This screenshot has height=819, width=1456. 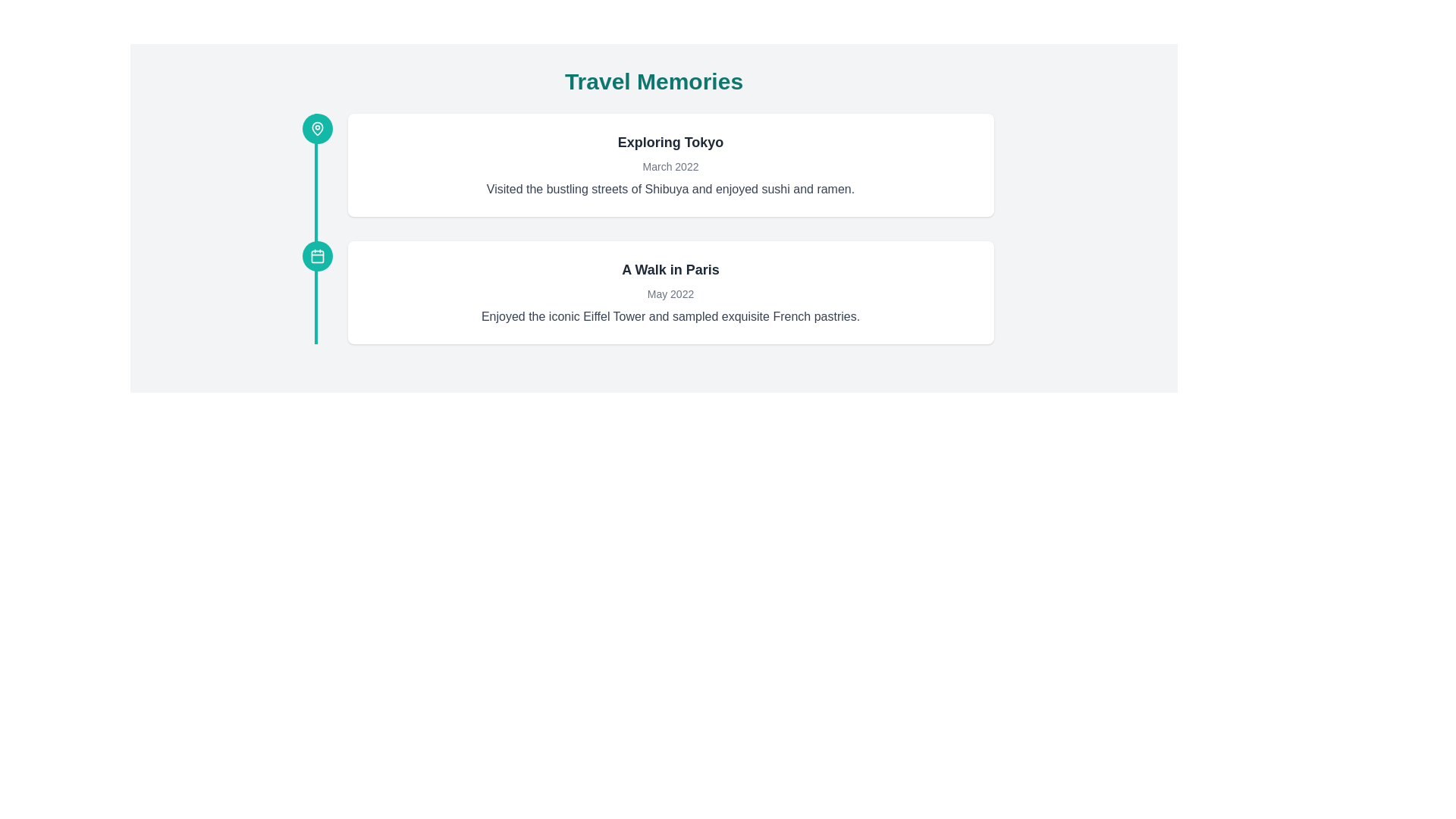 I want to click on the text element displaying the title 'A Walk in Paris' located at the top of the card in the vertical timeline layout, so click(x=670, y=268).